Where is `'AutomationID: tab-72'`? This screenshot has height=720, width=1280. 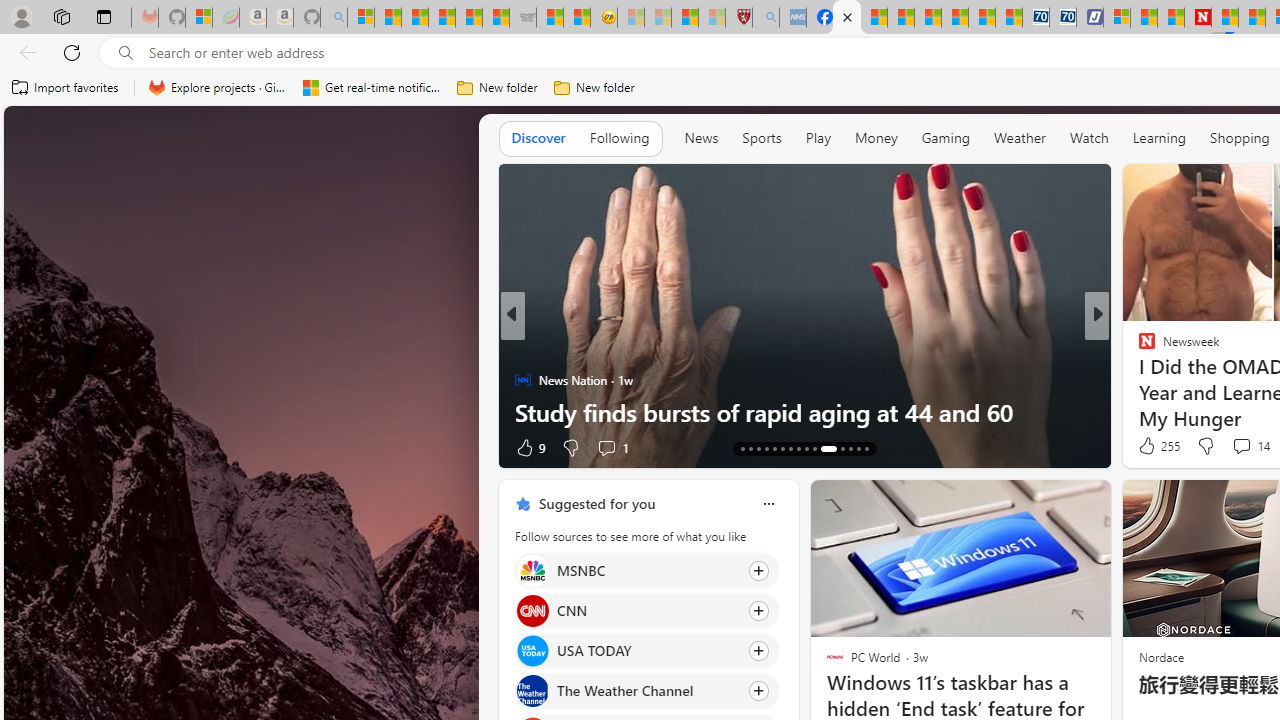 'AutomationID: tab-72' is located at coordinates (789, 447).